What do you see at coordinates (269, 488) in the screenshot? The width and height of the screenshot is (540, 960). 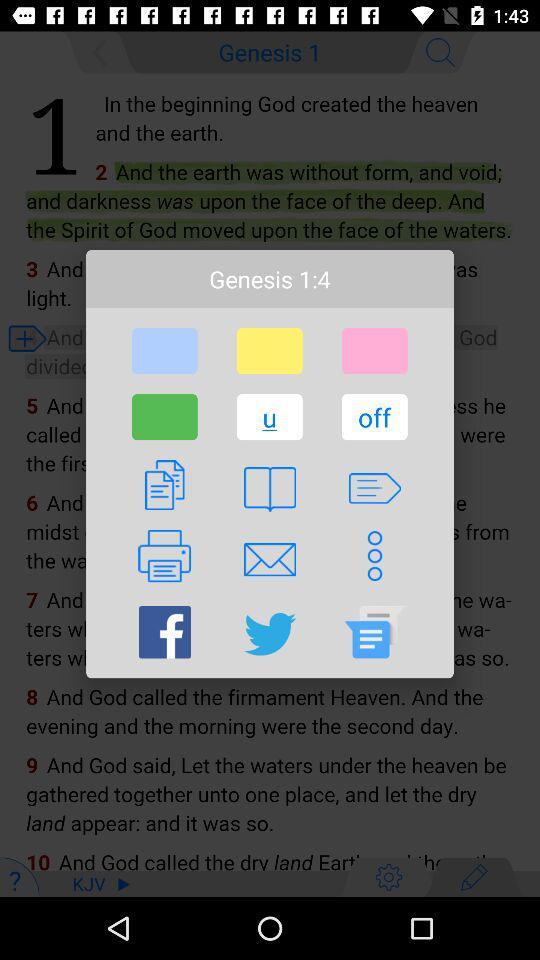 I see `the button below the u item` at bounding box center [269, 488].